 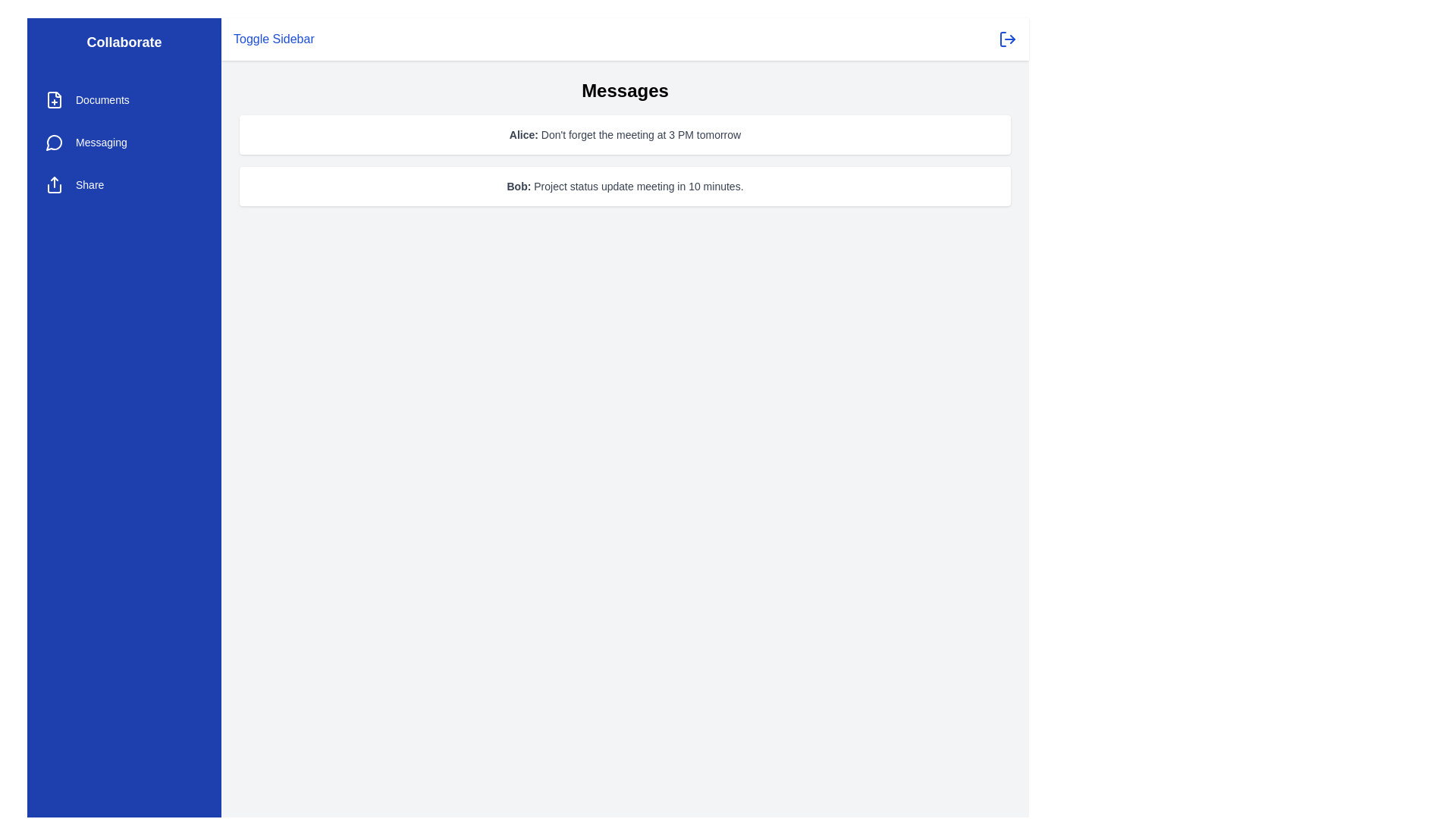 What do you see at coordinates (274, 38) in the screenshot?
I see `the 'Toggle Sidebar' button, which is a blue textual label styled in bold, positioned near the top left of the interface, right next to the blue sidebar` at bounding box center [274, 38].